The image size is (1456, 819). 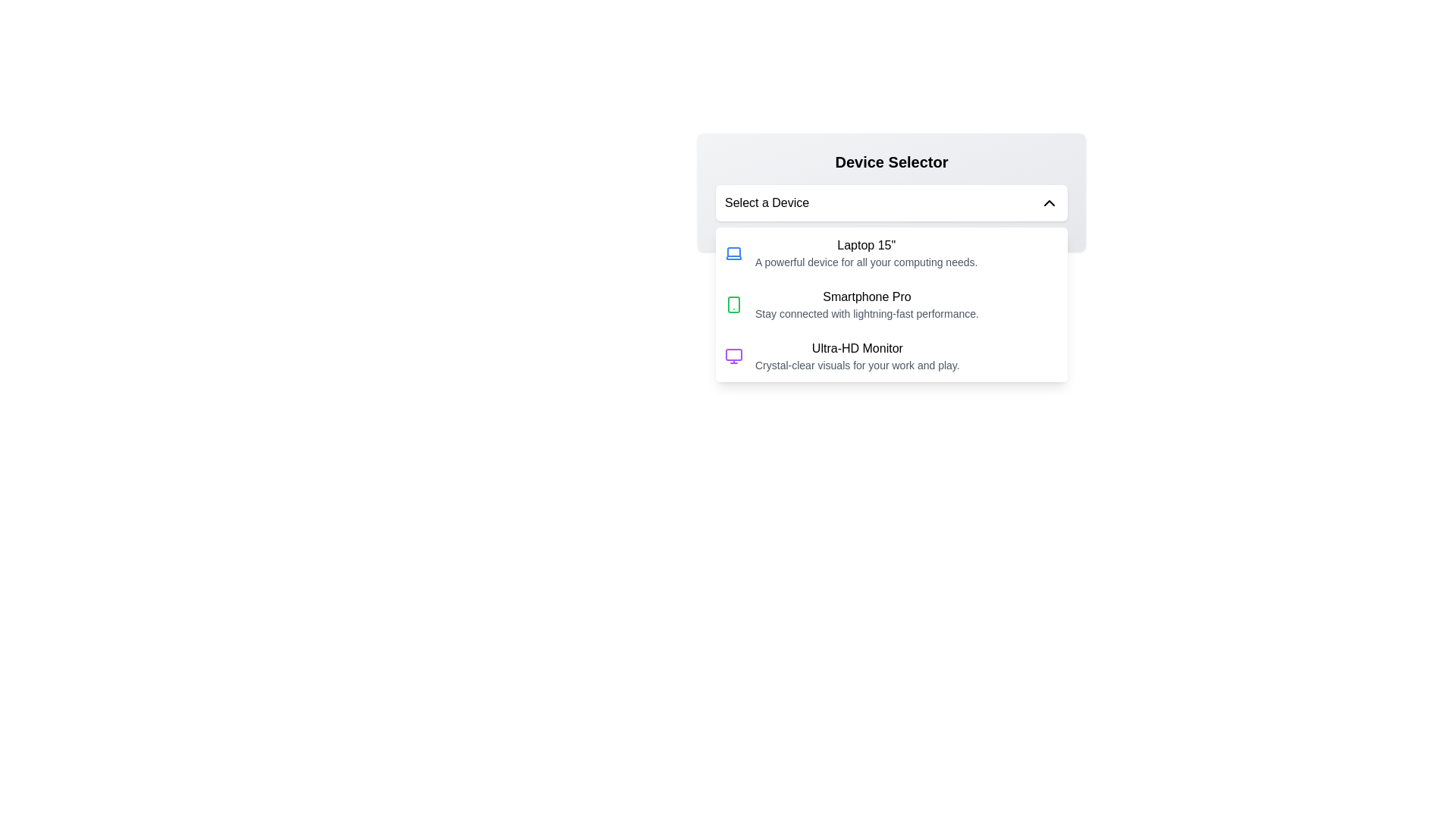 What do you see at coordinates (734, 253) in the screenshot?
I see `the laptop icon, which is the first icon in the Device Selector interface, located to the left of the 'Laptop 15"' text label` at bounding box center [734, 253].